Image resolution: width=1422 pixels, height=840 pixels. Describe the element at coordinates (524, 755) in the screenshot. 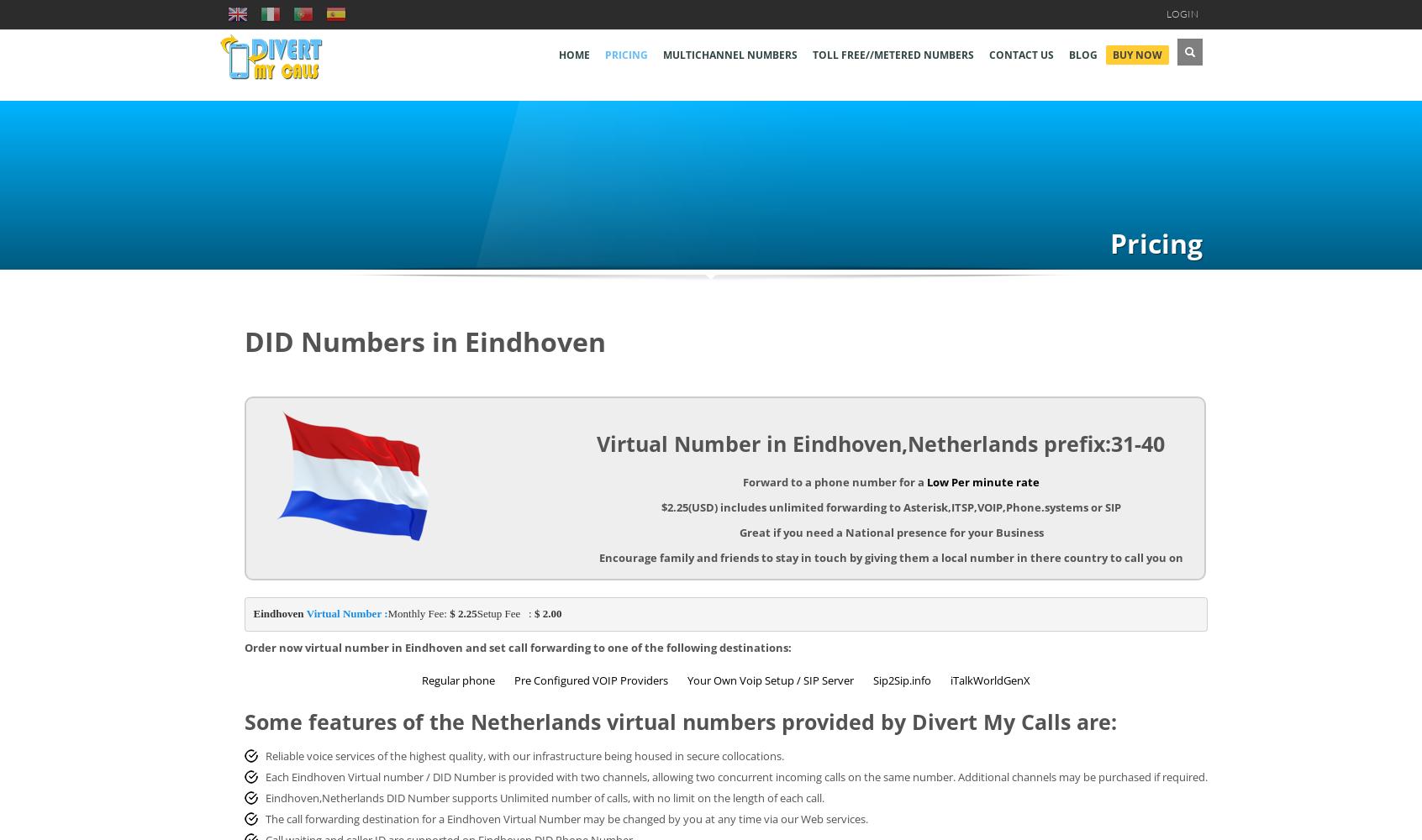

I see `'Reliable voice services of the highest quality, with our infrastructure being housed in secure collocations.'` at that location.